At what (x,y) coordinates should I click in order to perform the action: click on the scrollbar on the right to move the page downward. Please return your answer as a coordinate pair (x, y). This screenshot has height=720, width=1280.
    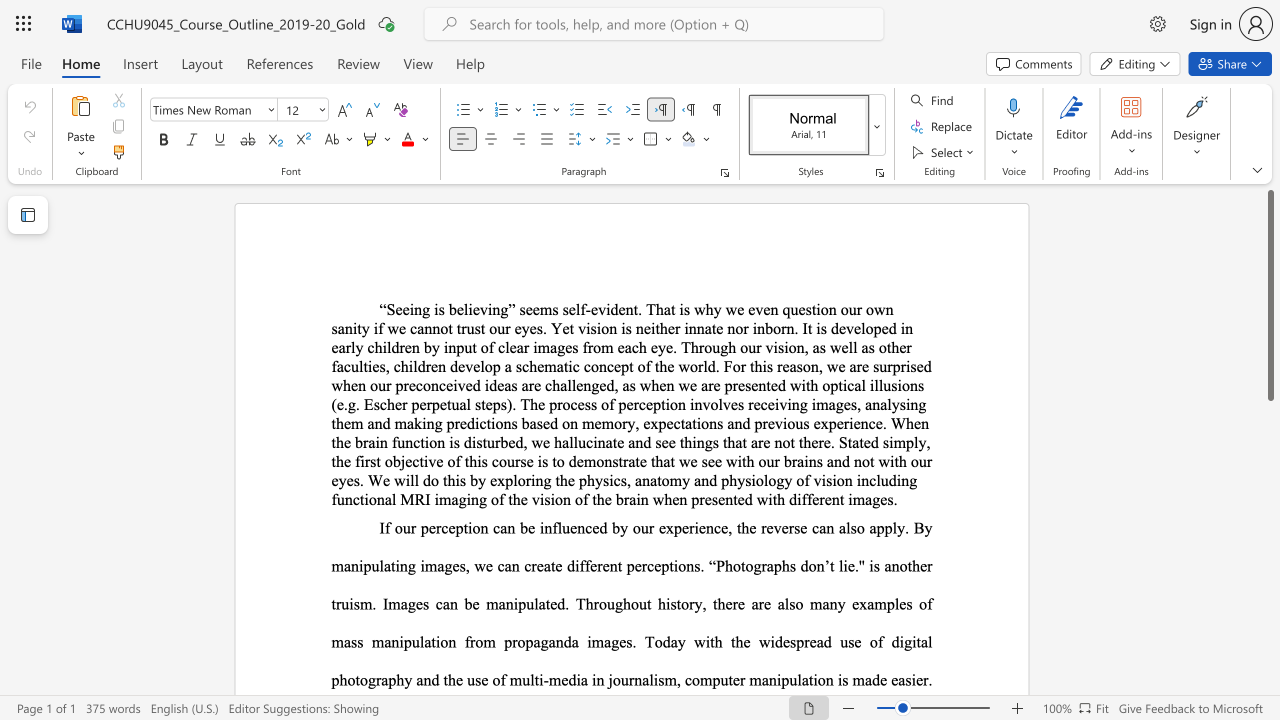
    Looking at the image, I should click on (1269, 670).